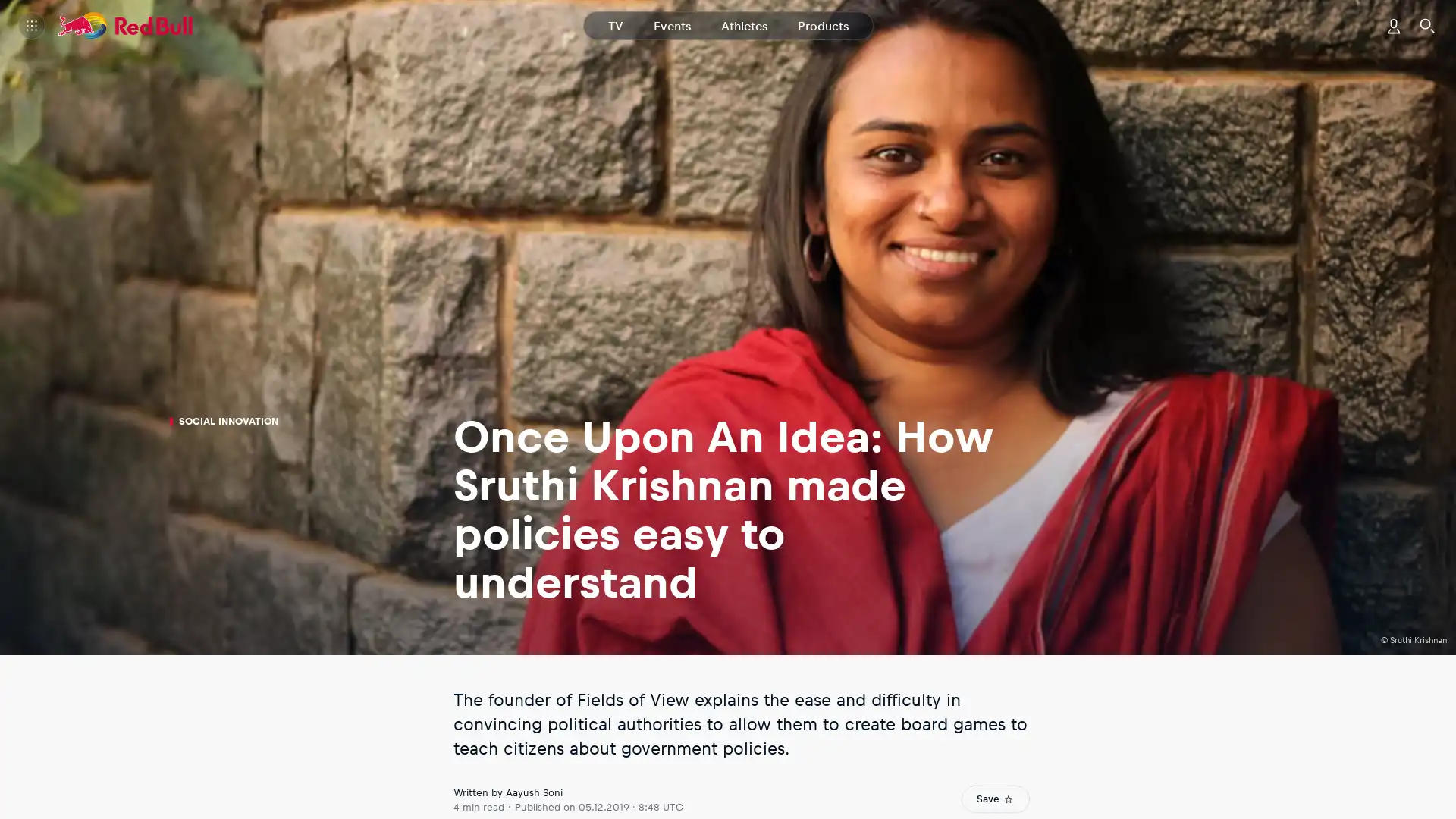 The height and width of the screenshot is (819, 1456). Describe the element at coordinates (32, 26) in the screenshot. I see `Menu` at that location.